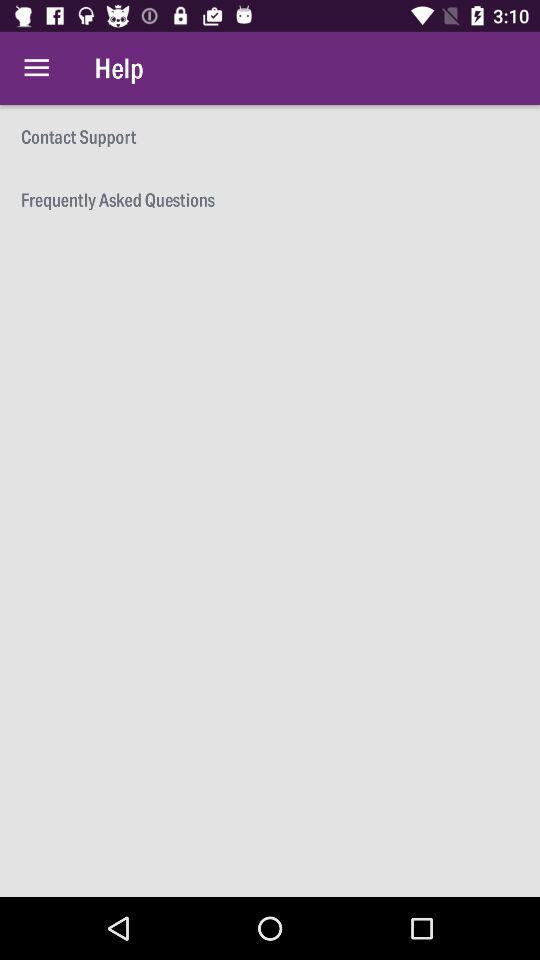  What do you see at coordinates (270, 199) in the screenshot?
I see `the frequently asked questions icon` at bounding box center [270, 199].